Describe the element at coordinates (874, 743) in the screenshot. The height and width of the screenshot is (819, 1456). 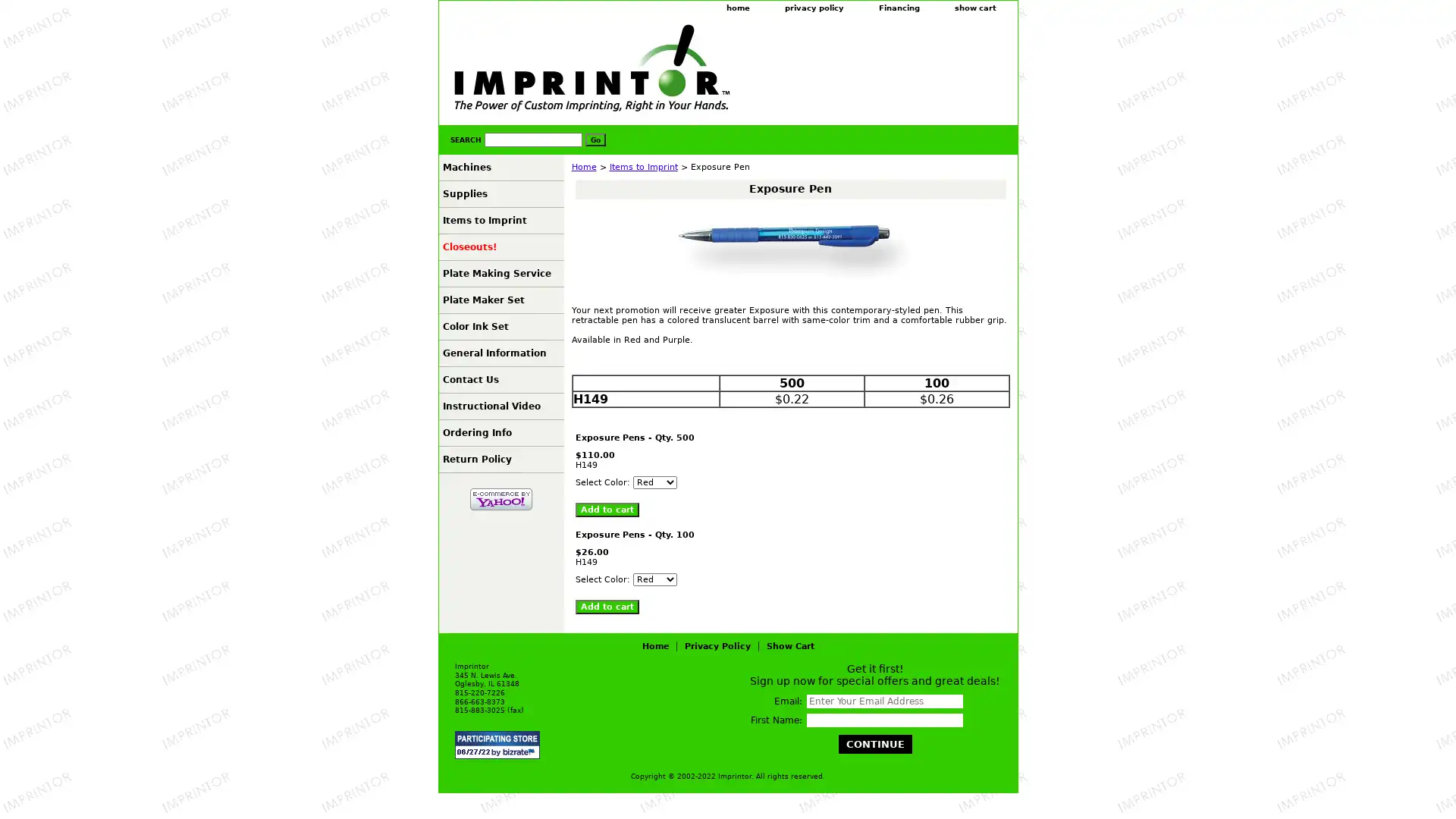
I see `Continue` at that location.